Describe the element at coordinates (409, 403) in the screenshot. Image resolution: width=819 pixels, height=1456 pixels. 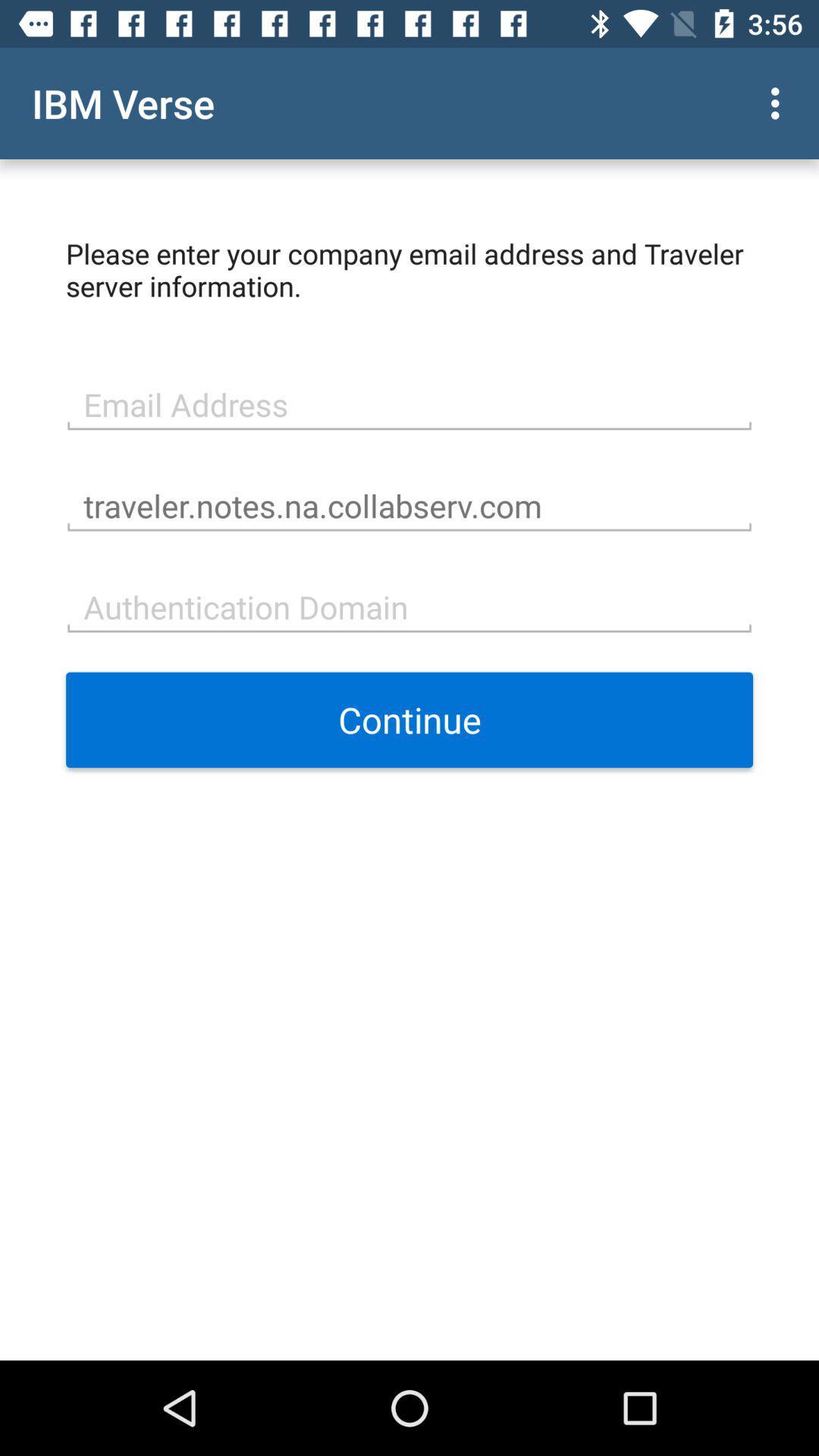
I see `icon above traveler notes na` at that location.